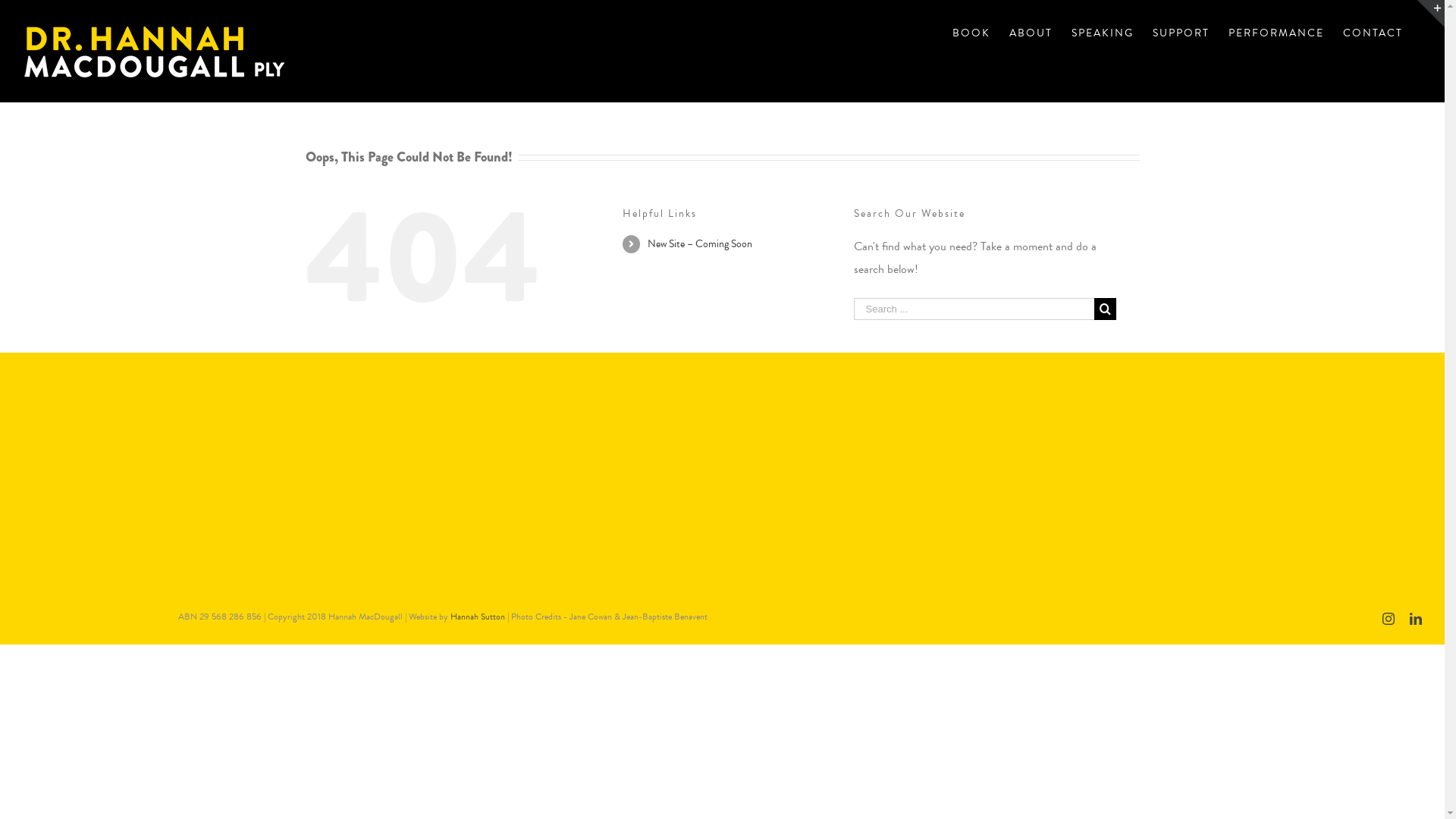  I want to click on 'SPEAKING', so click(1070, 32).